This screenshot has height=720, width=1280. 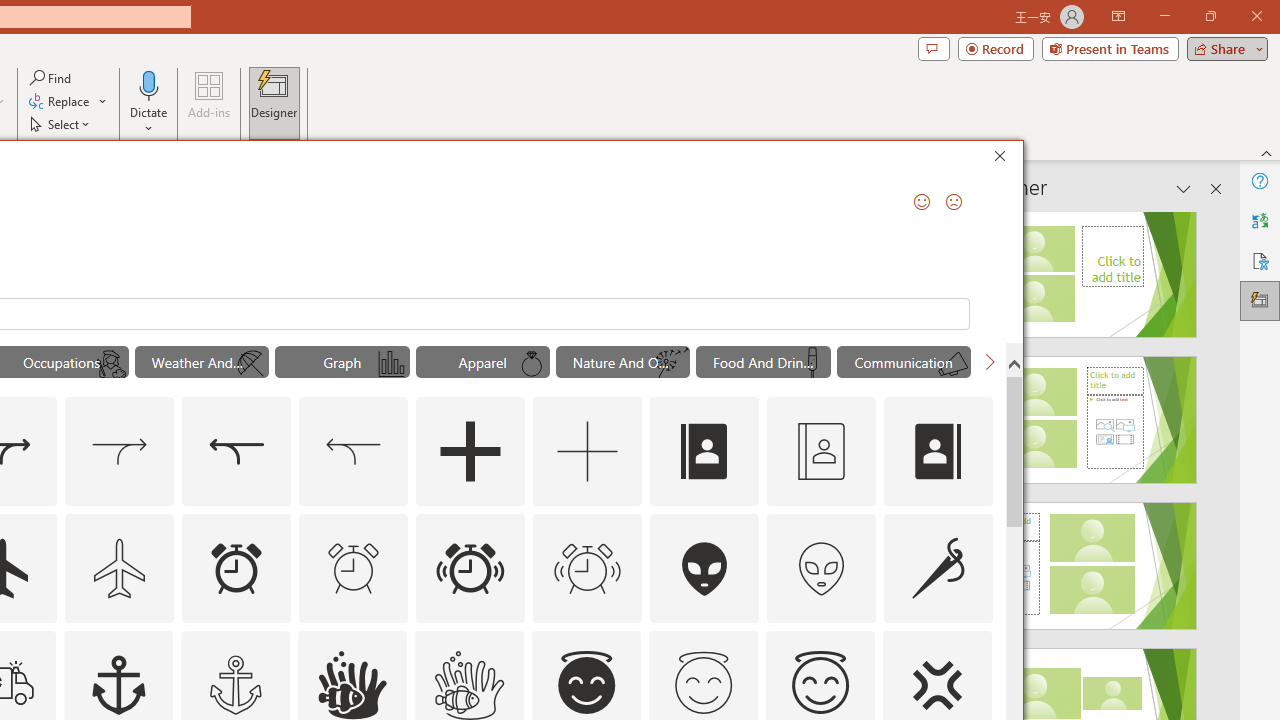 I want to click on 'AutomationID: Icons_Champagne_M', so click(x=812, y=364).